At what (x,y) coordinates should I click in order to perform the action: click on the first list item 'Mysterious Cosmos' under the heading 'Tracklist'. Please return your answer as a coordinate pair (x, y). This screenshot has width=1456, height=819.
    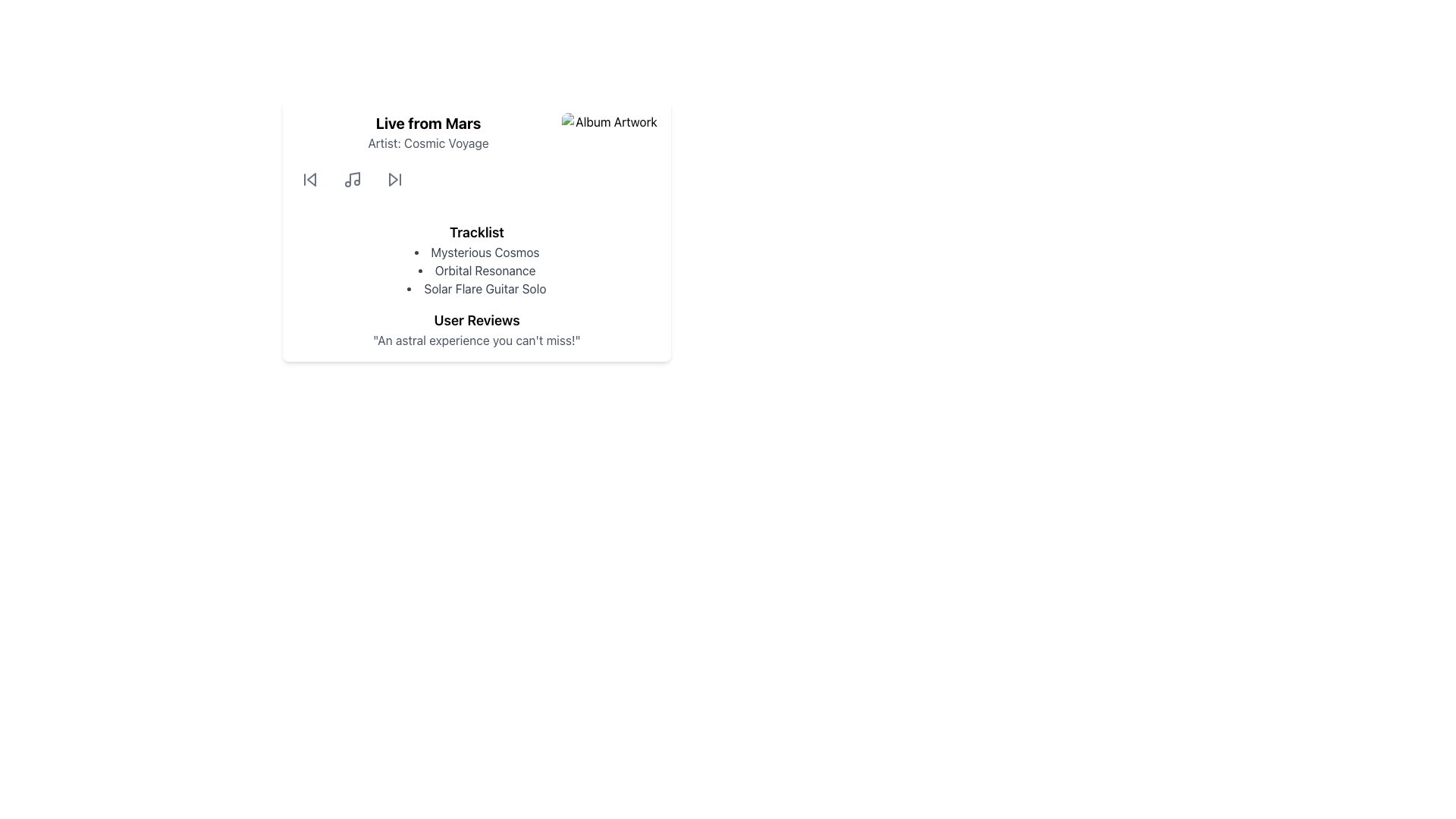
    Looking at the image, I should click on (475, 251).